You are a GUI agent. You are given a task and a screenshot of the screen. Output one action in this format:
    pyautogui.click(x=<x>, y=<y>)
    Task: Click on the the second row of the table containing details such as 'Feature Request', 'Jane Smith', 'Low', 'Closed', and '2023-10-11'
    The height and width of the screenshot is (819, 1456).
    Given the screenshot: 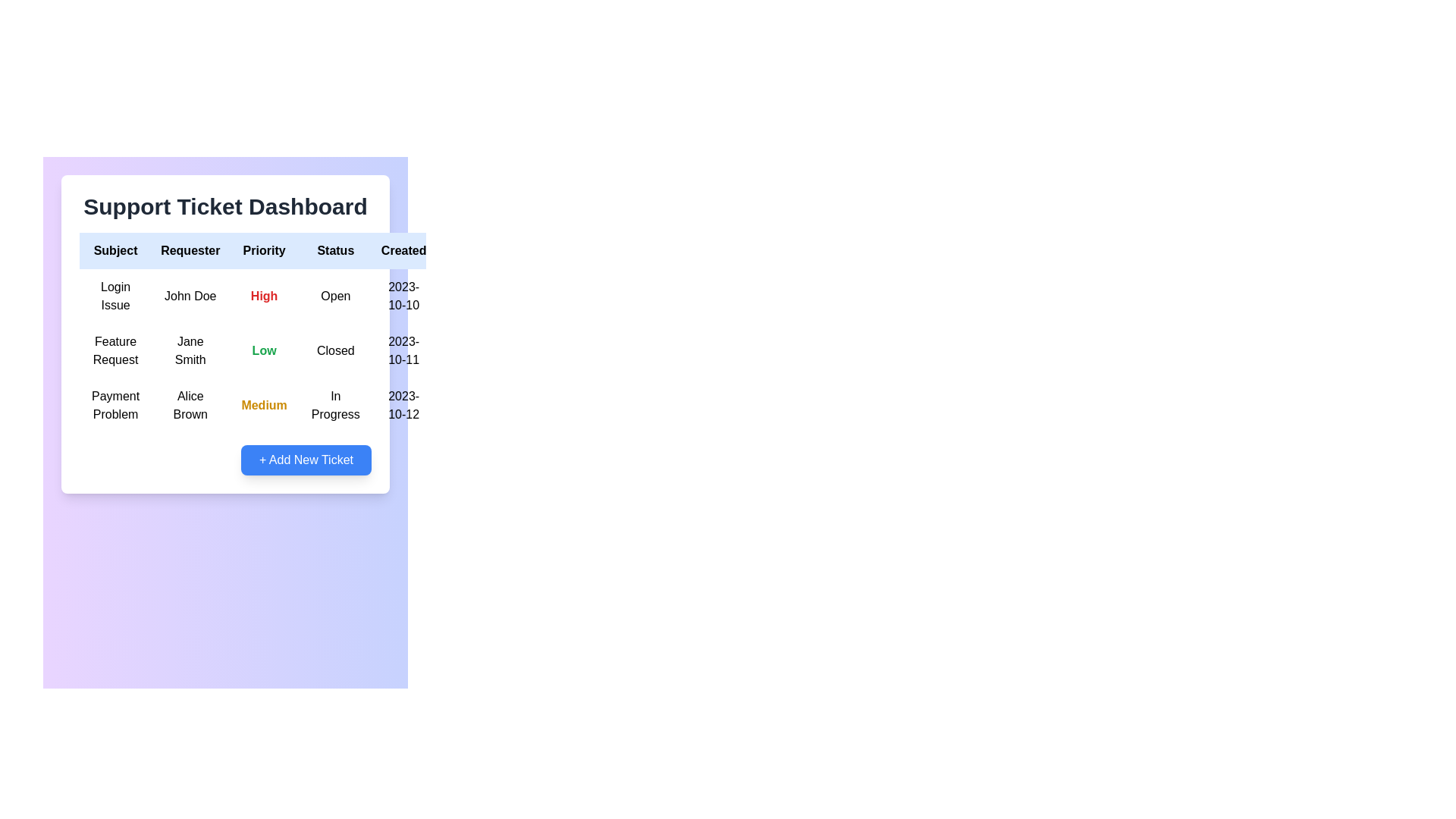 What is the action you would take?
    pyautogui.click(x=290, y=350)
    